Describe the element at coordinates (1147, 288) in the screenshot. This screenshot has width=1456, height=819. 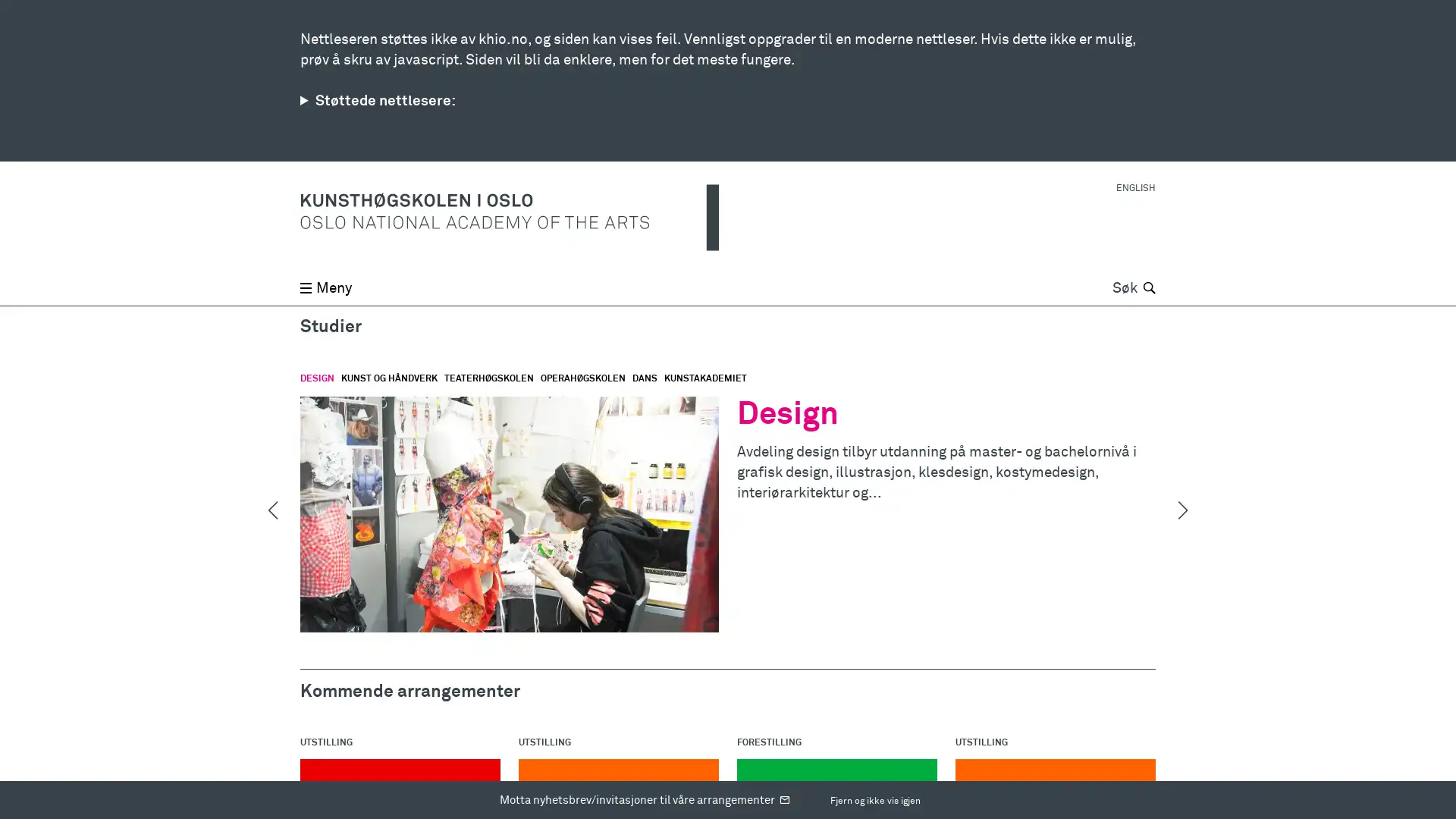
I see `Sk` at that location.